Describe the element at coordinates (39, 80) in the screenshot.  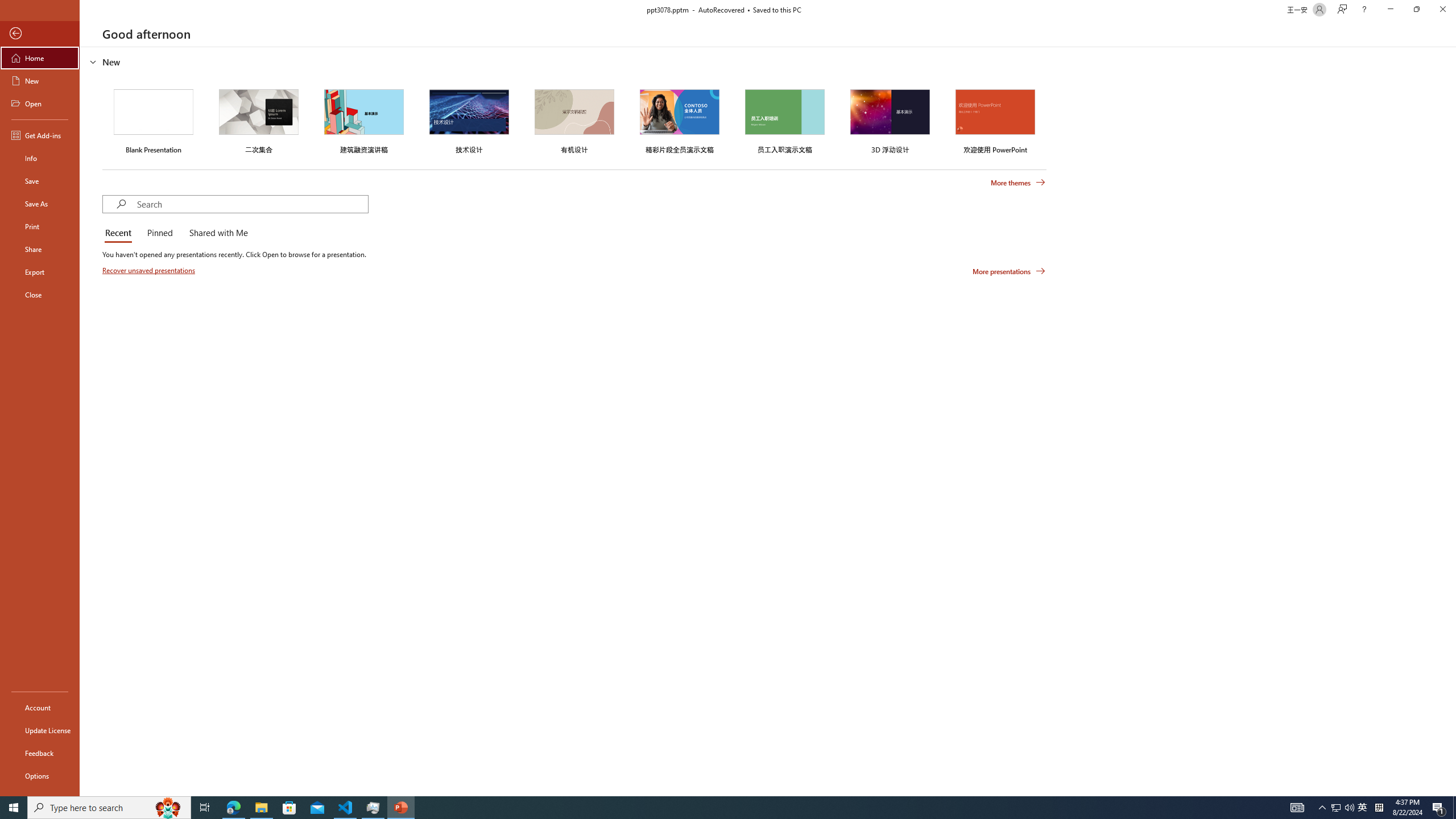
I see `'New'` at that location.